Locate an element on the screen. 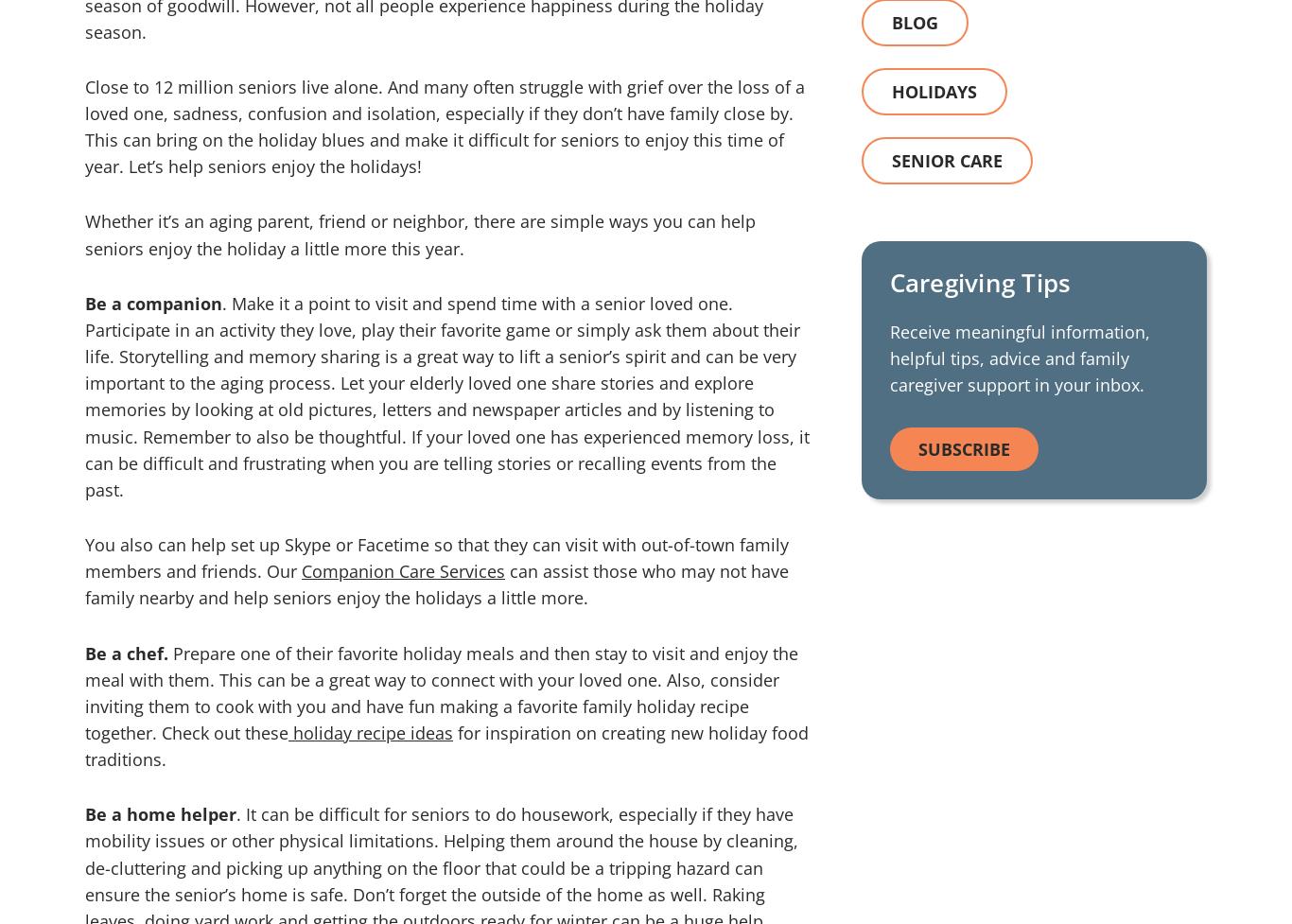  'Specialty Care' is located at coordinates (134, 352).